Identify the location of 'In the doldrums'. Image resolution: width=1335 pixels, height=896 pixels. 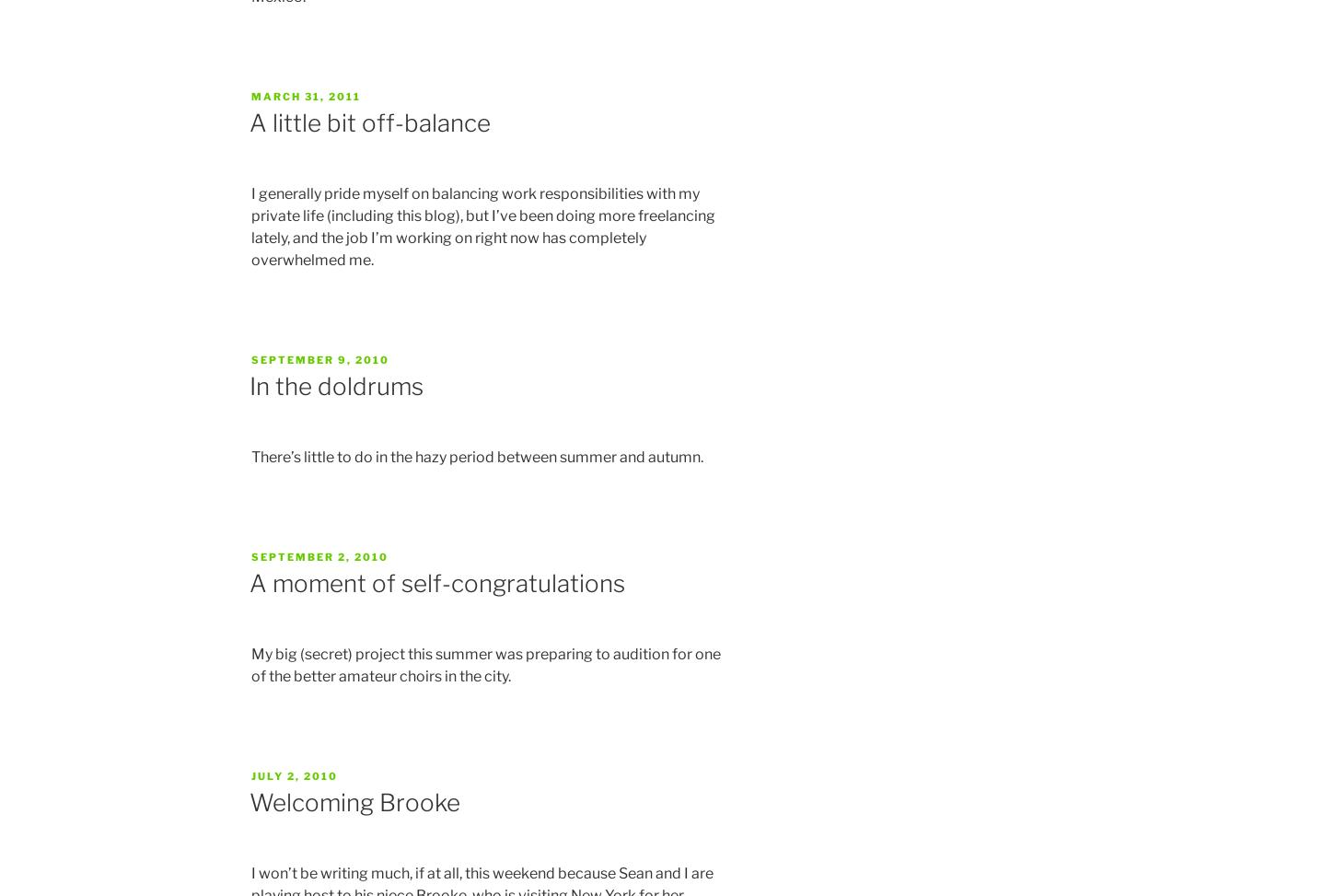
(250, 385).